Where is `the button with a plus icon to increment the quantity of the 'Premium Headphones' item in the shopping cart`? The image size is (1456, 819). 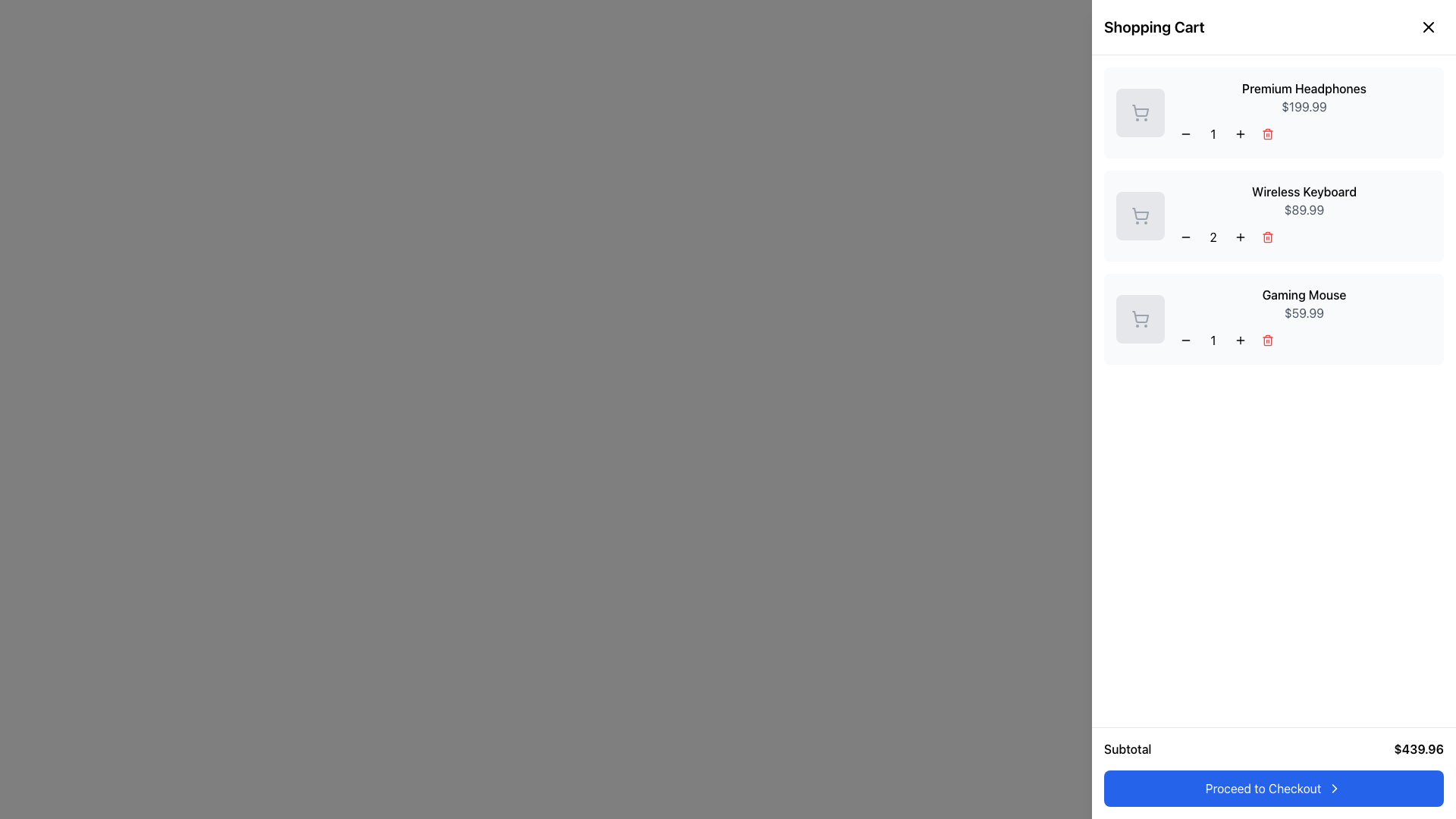 the button with a plus icon to increment the quantity of the 'Premium Headphones' item in the shopping cart is located at coordinates (1241, 133).